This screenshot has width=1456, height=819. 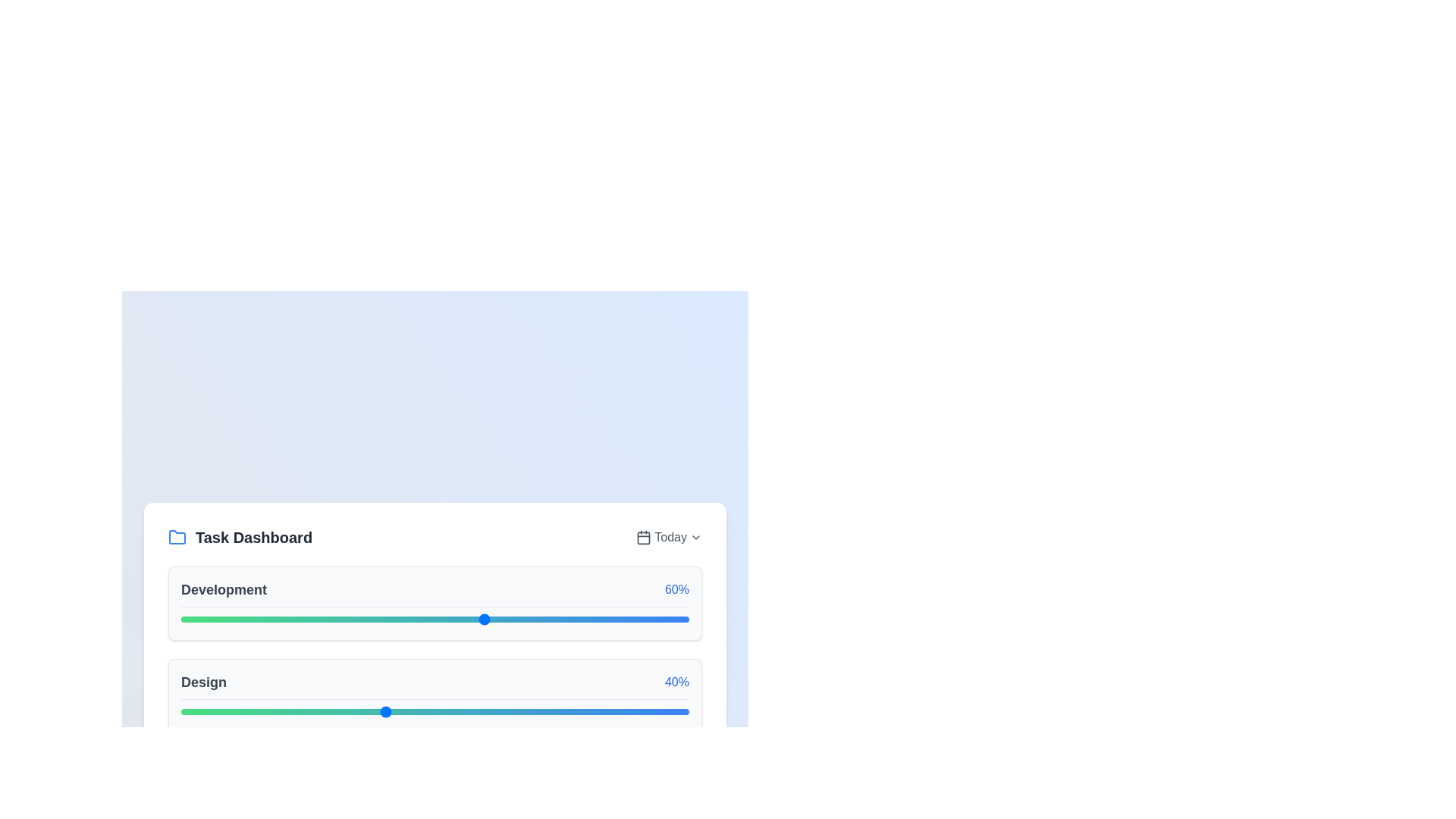 I want to click on the slider, so click(x=369, y=620).